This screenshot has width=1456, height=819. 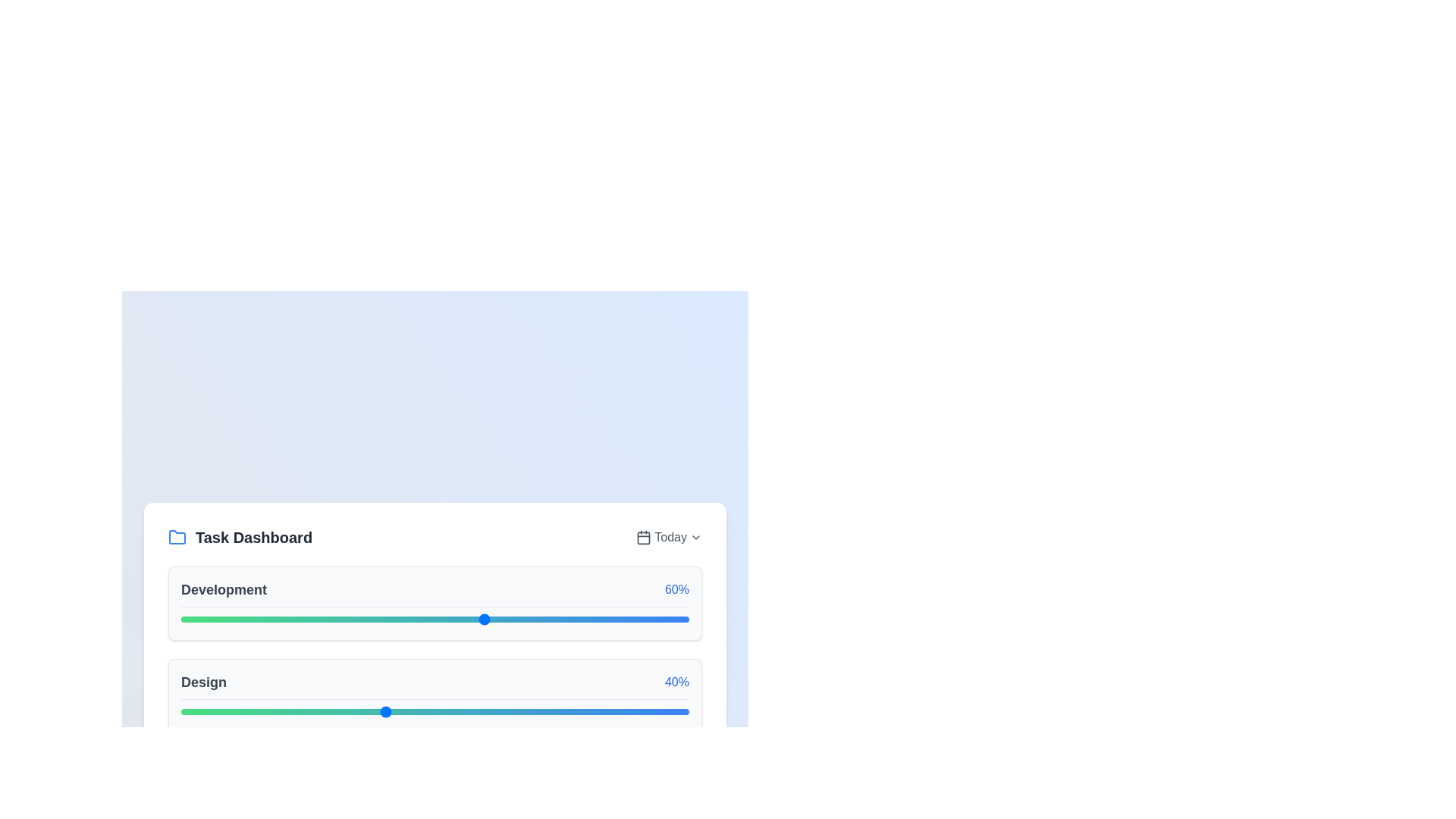 I want to click on the slider, so click(x=369, y=620).